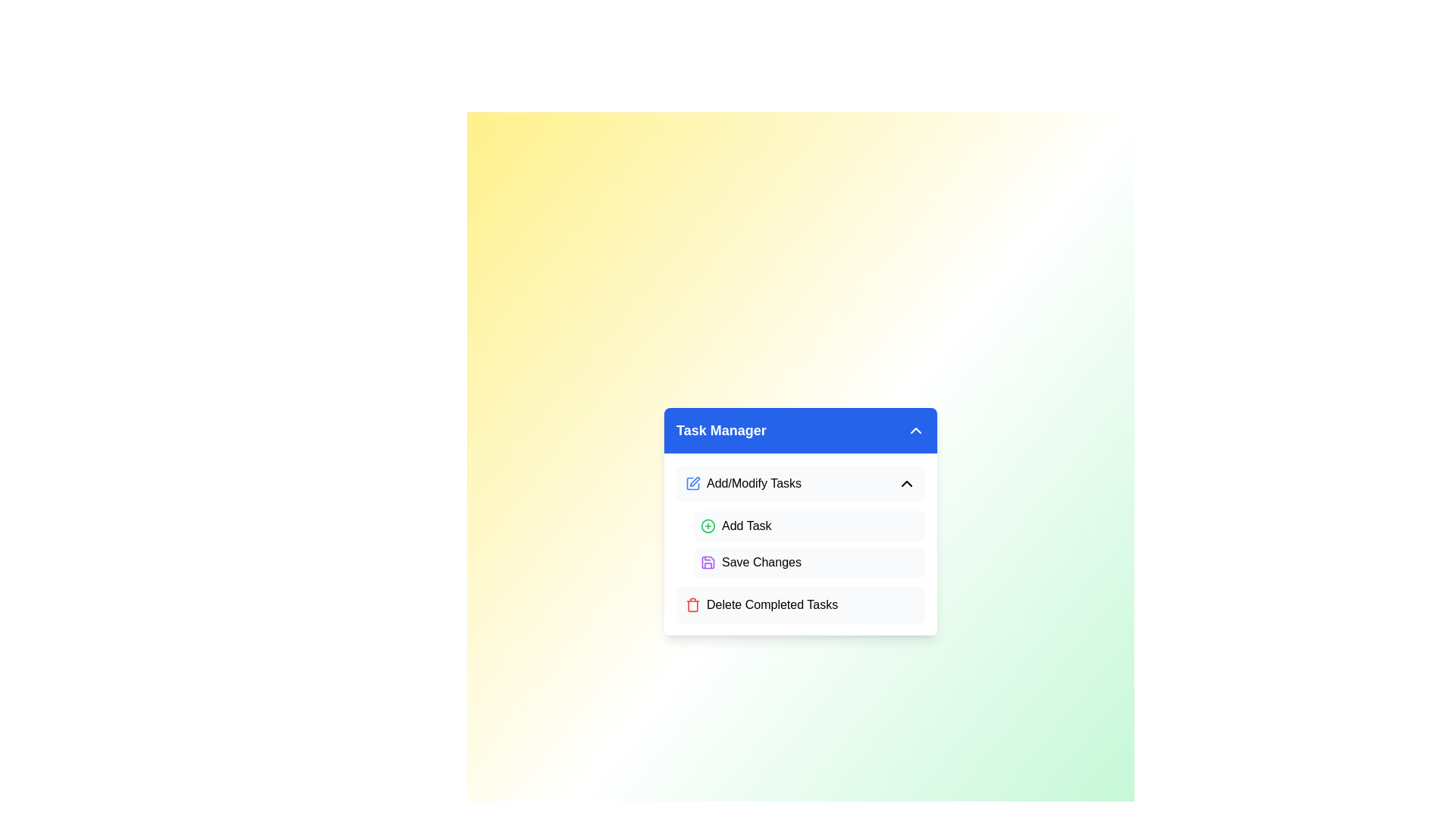 Image resolution: width=1456 pixels, height=819 pixels. What do you see at coordinates (743, 483) in the screenshot?
I see `the label with icon that indicates the section for adding or modifying tasks, located directly below the 'Task Manager' header` at bounding box center [743, 483].